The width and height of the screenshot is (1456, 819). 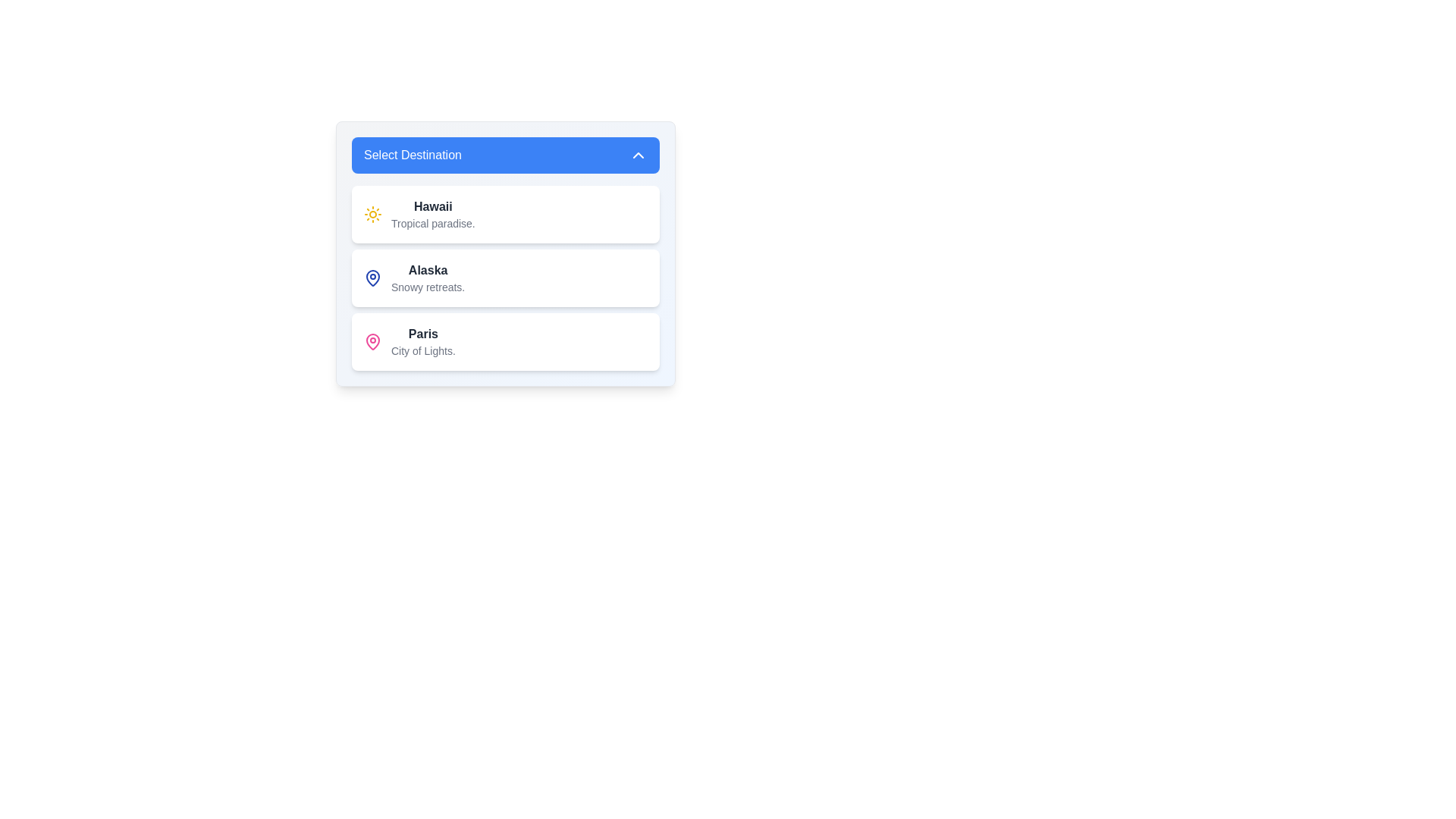 What do you see at coordinates (432, 214) in the screenshot?
I see `the first selectable option in the dropdown menu labeled 'Select Destination' to choose Hawaii as the desired destination` at bounding box center [432, 214].